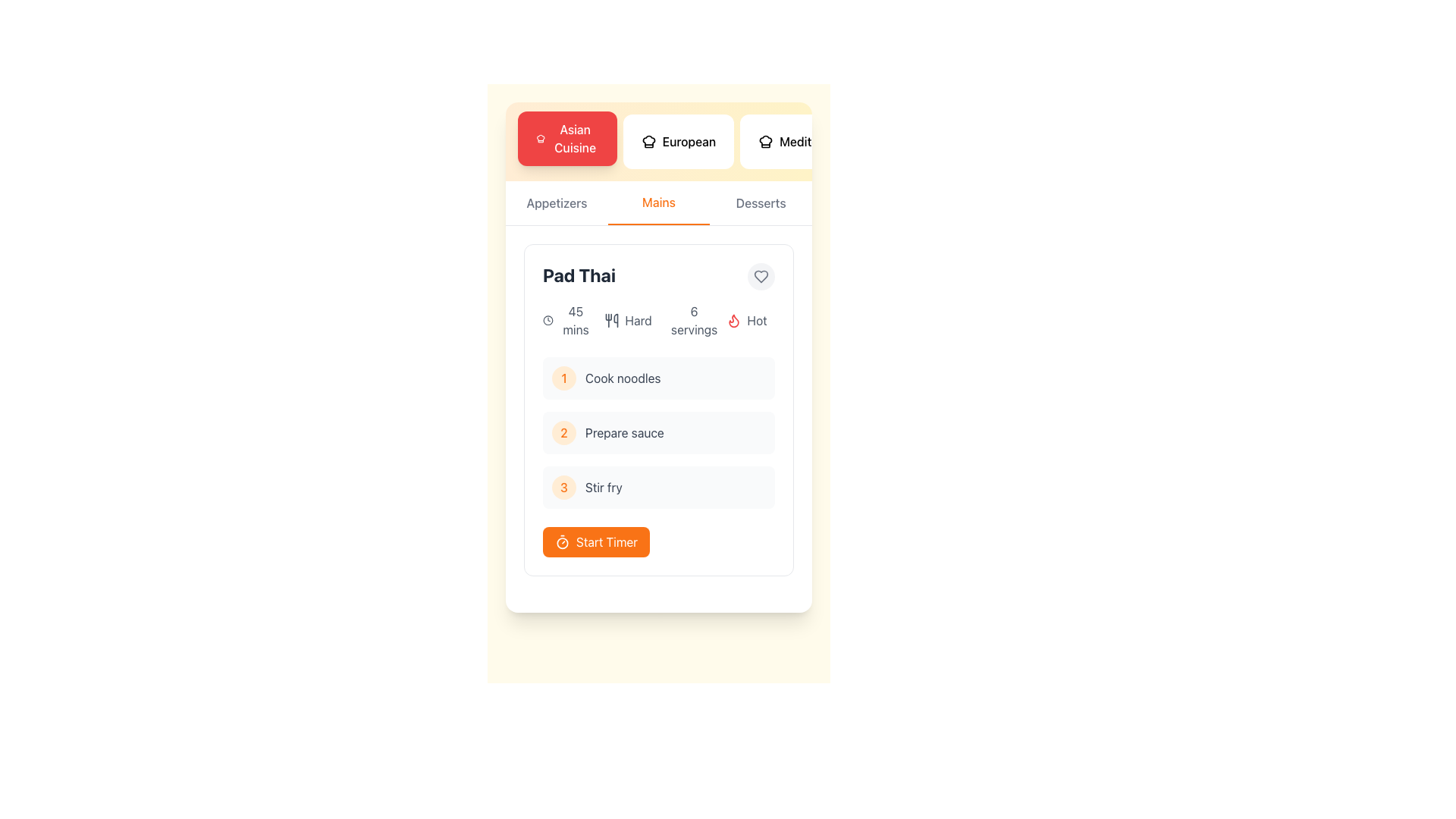 The height and width of the screenshot is (819, 1456). What do you see at coordinates (750, 320) in the screenshot?
I see `the label element that contains a flame icon and the word 'Hot', which is the fourth item in a horizontally arranged list of labels within a card, positioned to the right of labels such as '6 servings', 'hard', and '45 mins'` at bounding box center [750, 320].